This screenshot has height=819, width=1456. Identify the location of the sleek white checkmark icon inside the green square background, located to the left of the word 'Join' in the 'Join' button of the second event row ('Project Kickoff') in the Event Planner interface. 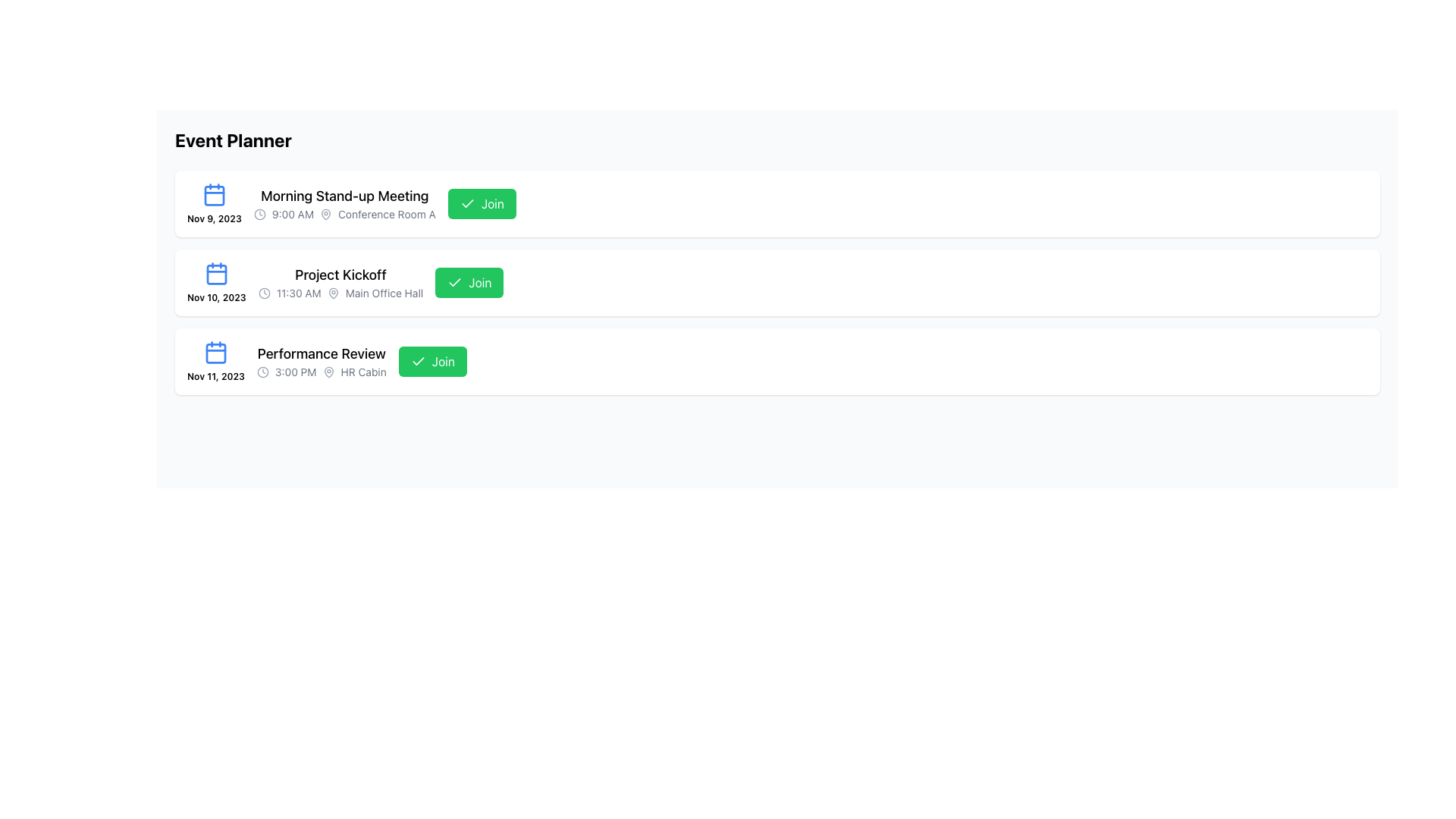
(454, 283).